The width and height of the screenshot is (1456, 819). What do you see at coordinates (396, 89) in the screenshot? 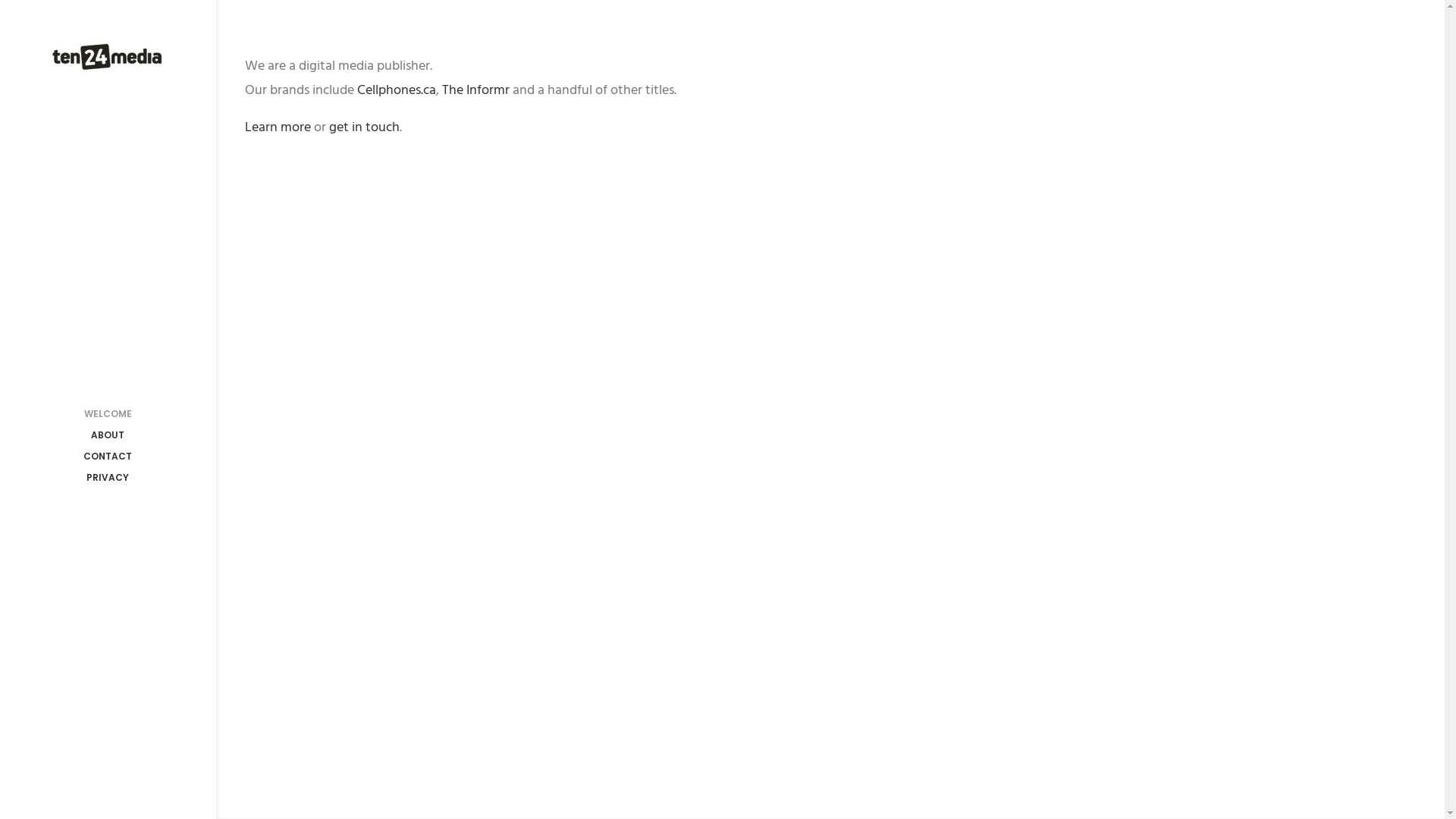
I see `'Cellphones.ca'` at bounding box center [396, 89].